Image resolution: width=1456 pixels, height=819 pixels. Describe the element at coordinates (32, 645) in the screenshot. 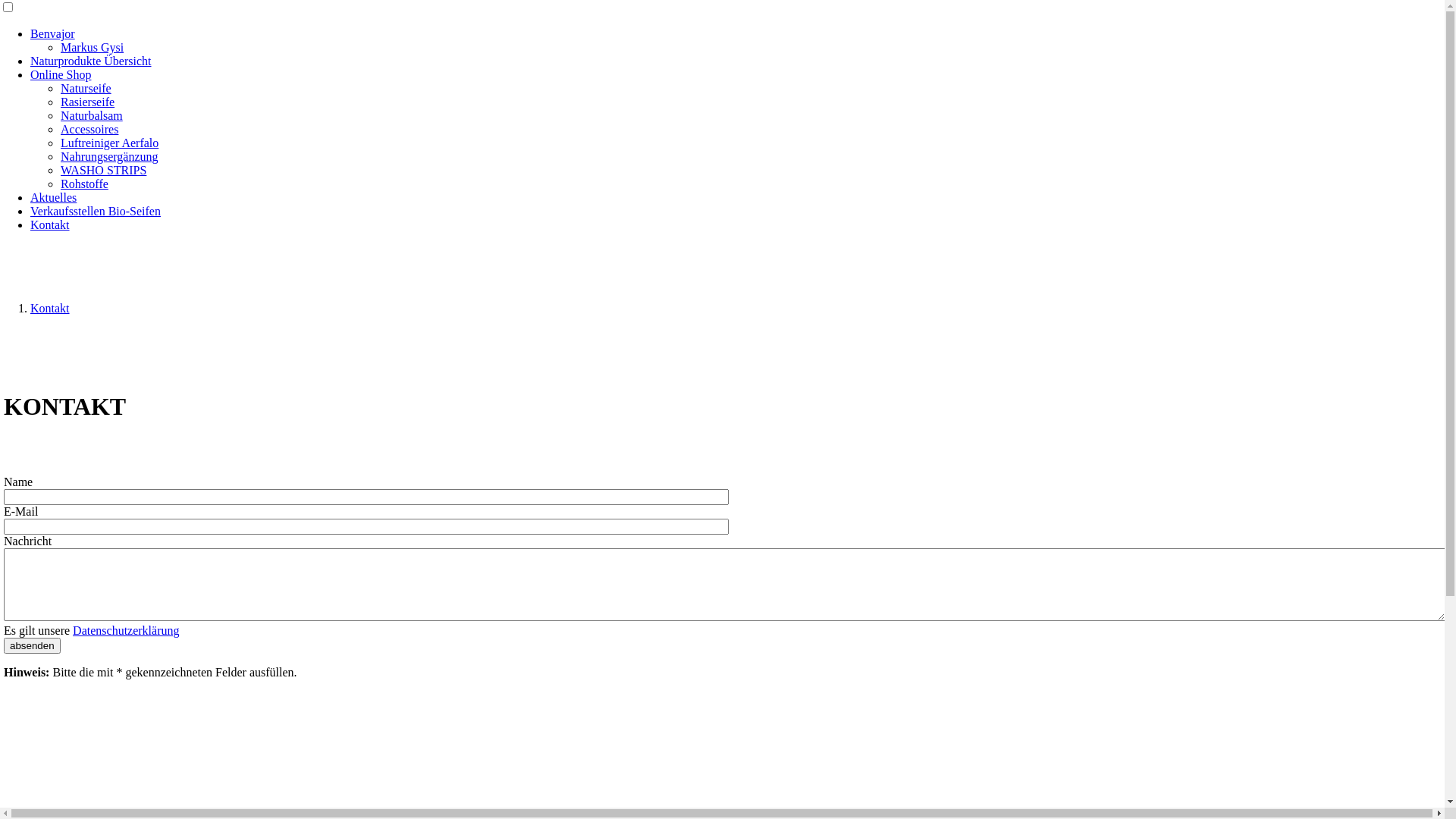

I see `'absenden'` at that location.